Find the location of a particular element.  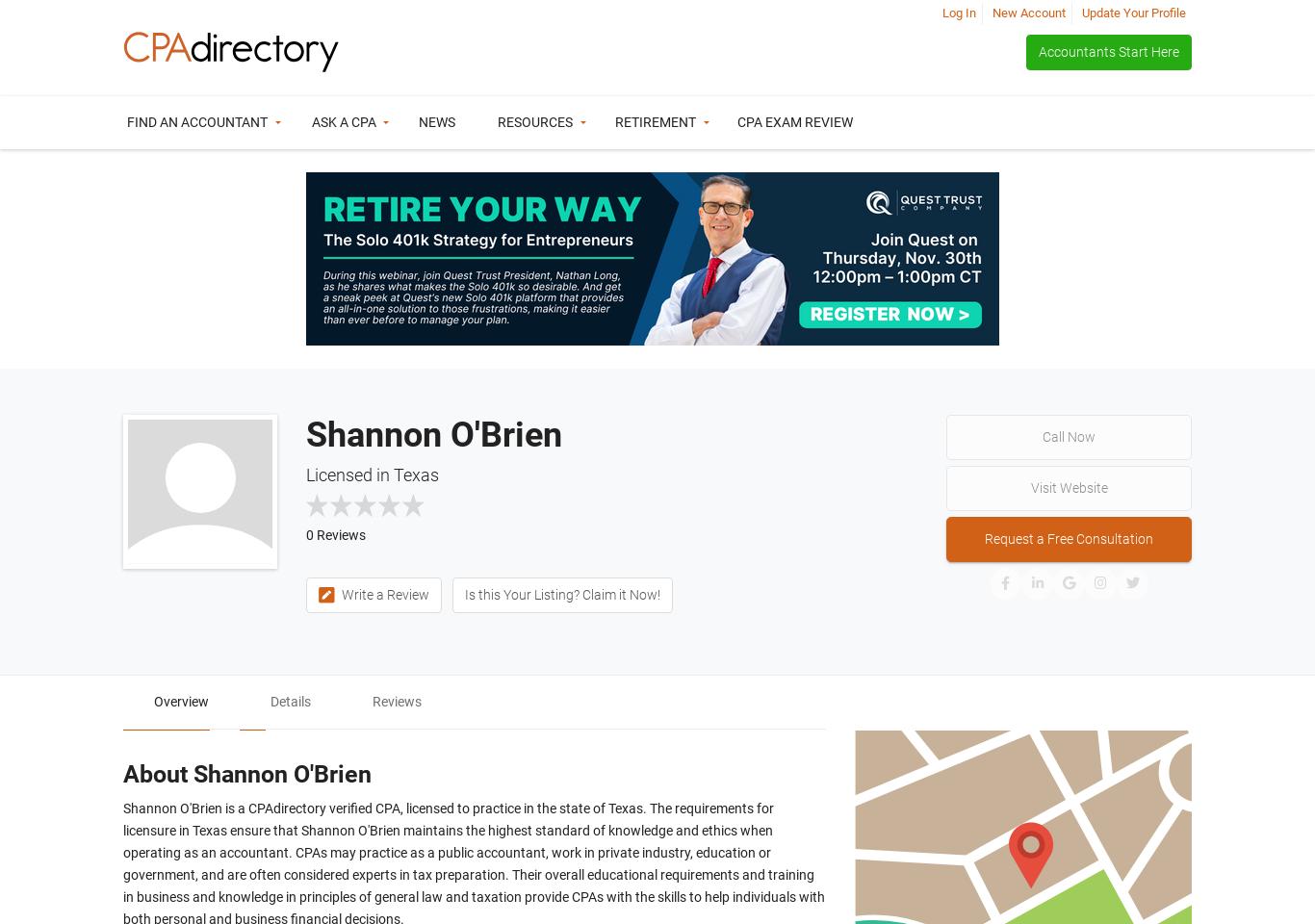

'Retirement' is located at coordinates (614, 121).